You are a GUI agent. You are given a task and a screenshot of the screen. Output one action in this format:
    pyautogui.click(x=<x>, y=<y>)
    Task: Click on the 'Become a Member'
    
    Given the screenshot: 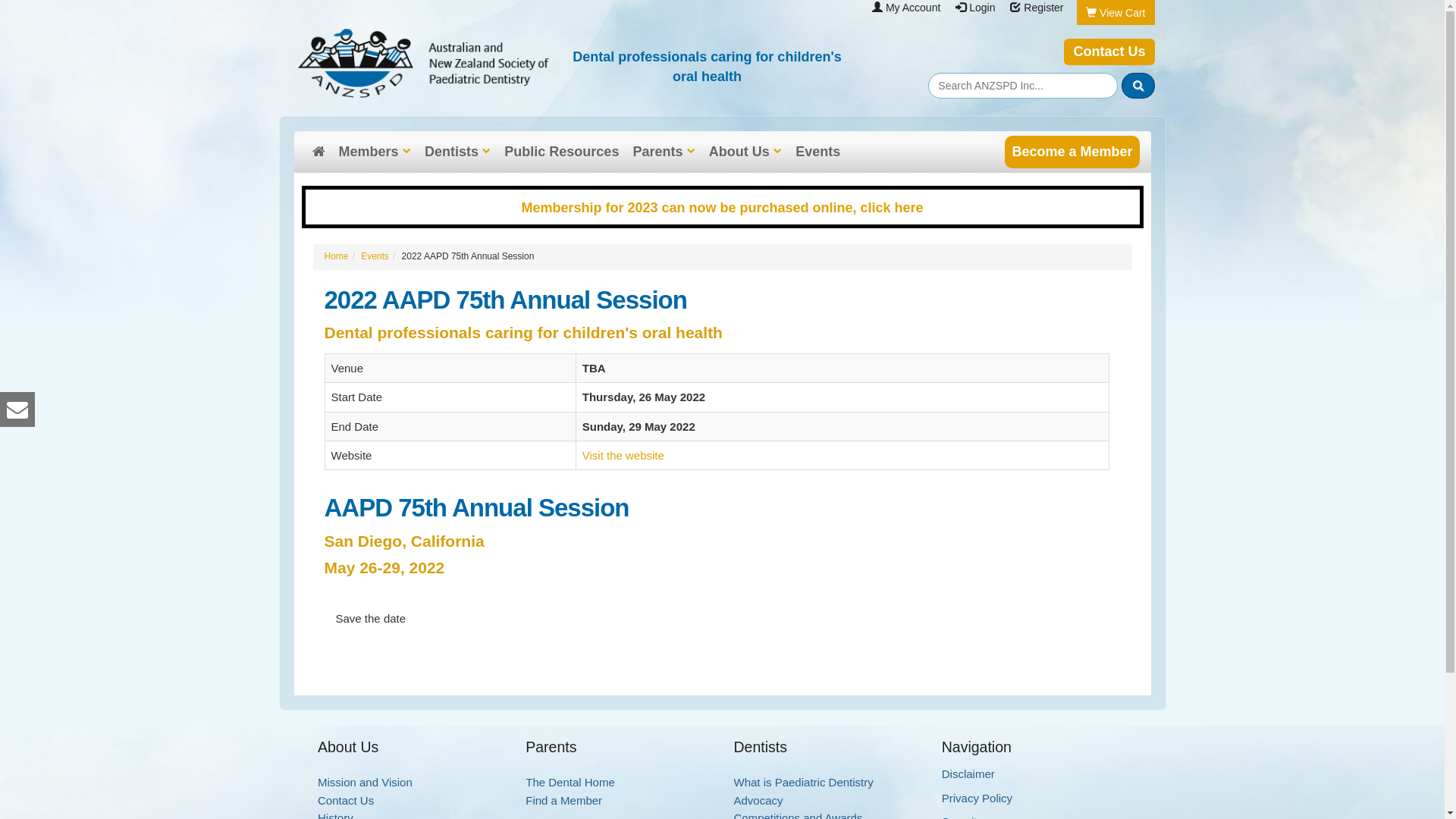 What is the action you would take?
    pyautogui.click(x=1071, y=152)
    